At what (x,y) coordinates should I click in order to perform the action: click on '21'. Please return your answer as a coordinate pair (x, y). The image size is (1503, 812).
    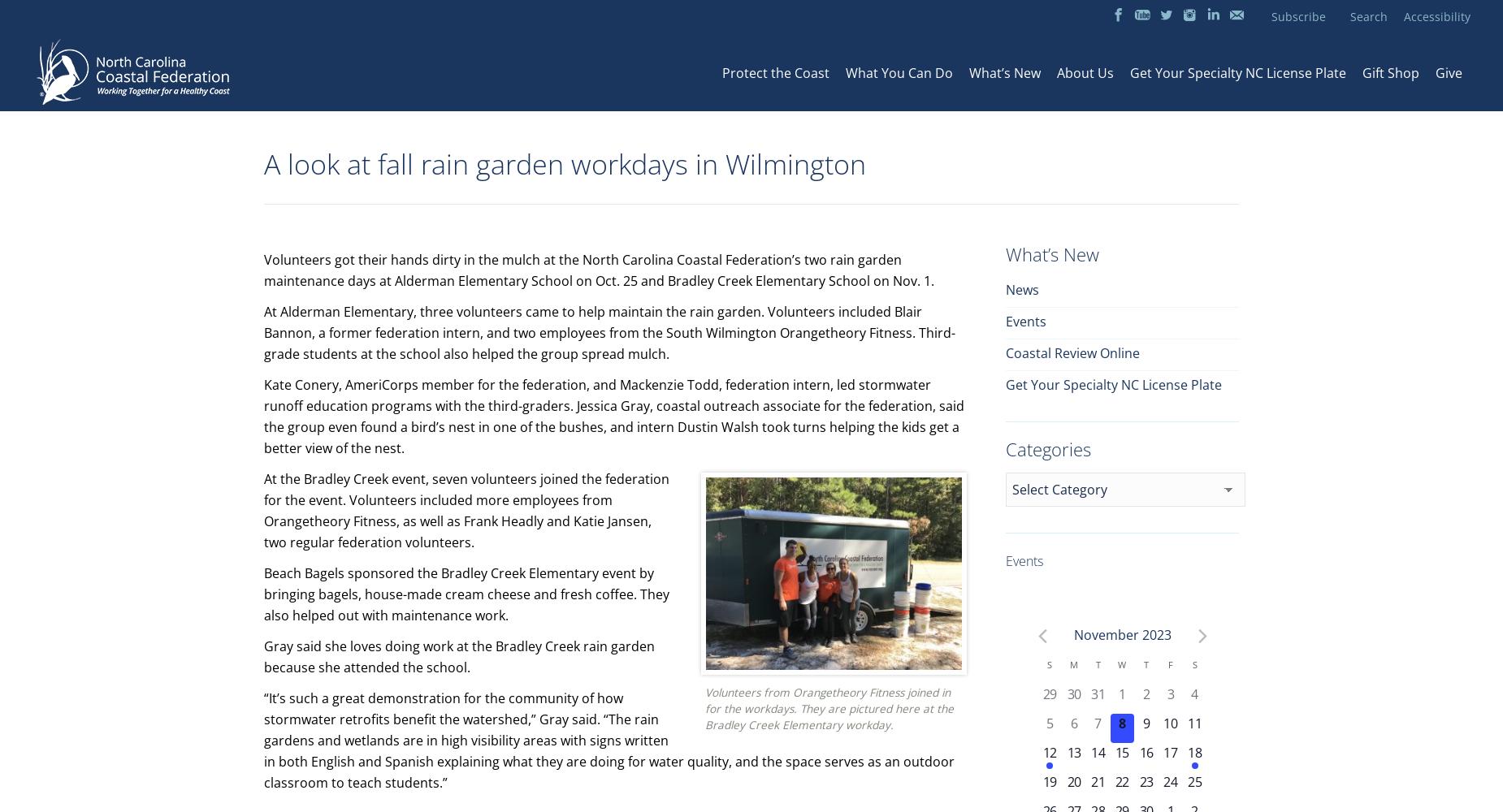
    Looking at the image, I should click on (1097, 781).